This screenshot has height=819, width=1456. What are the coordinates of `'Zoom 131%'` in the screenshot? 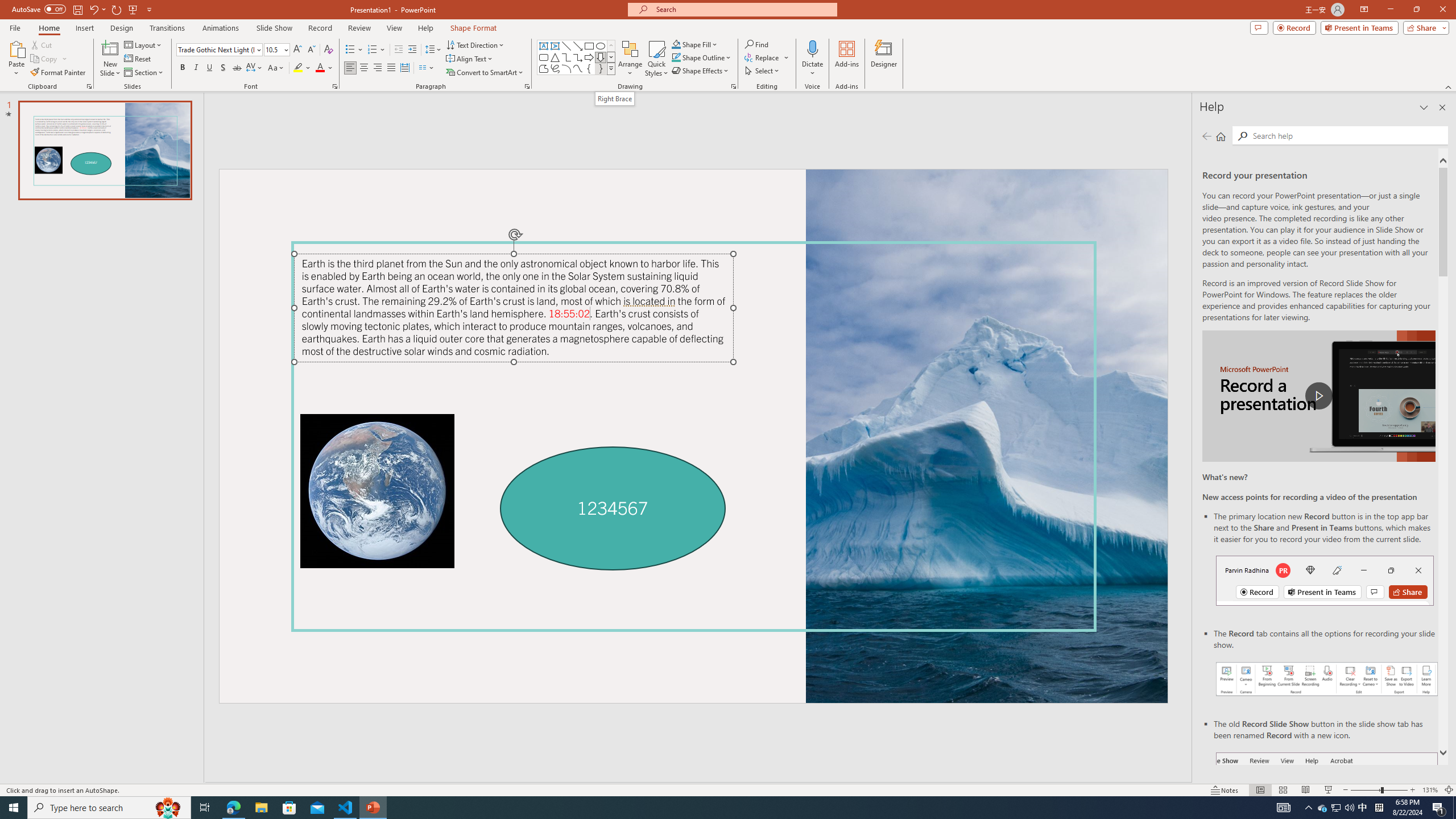 It's located at (1430, 790).